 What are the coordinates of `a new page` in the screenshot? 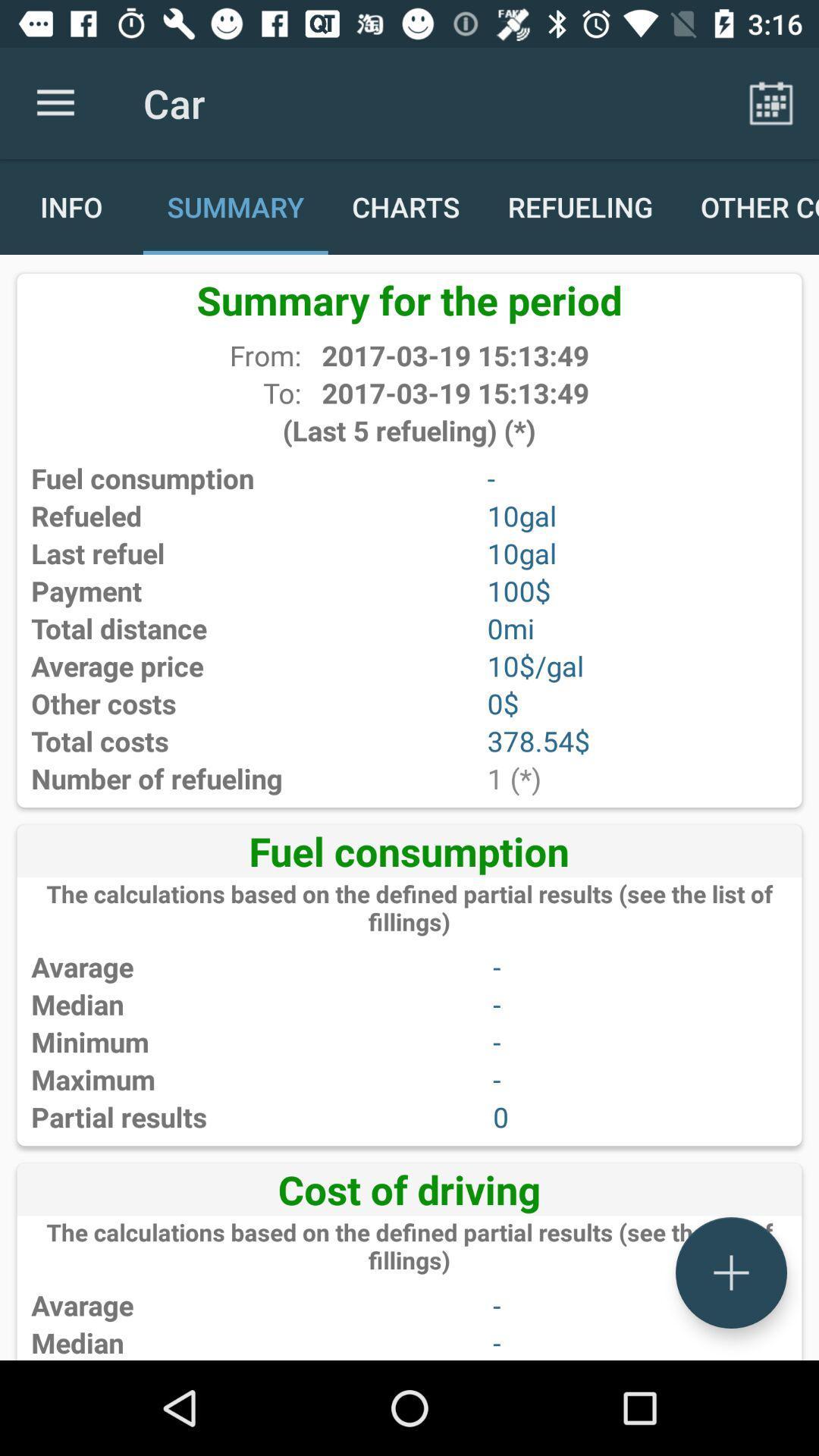 It's located at (730, 1272).